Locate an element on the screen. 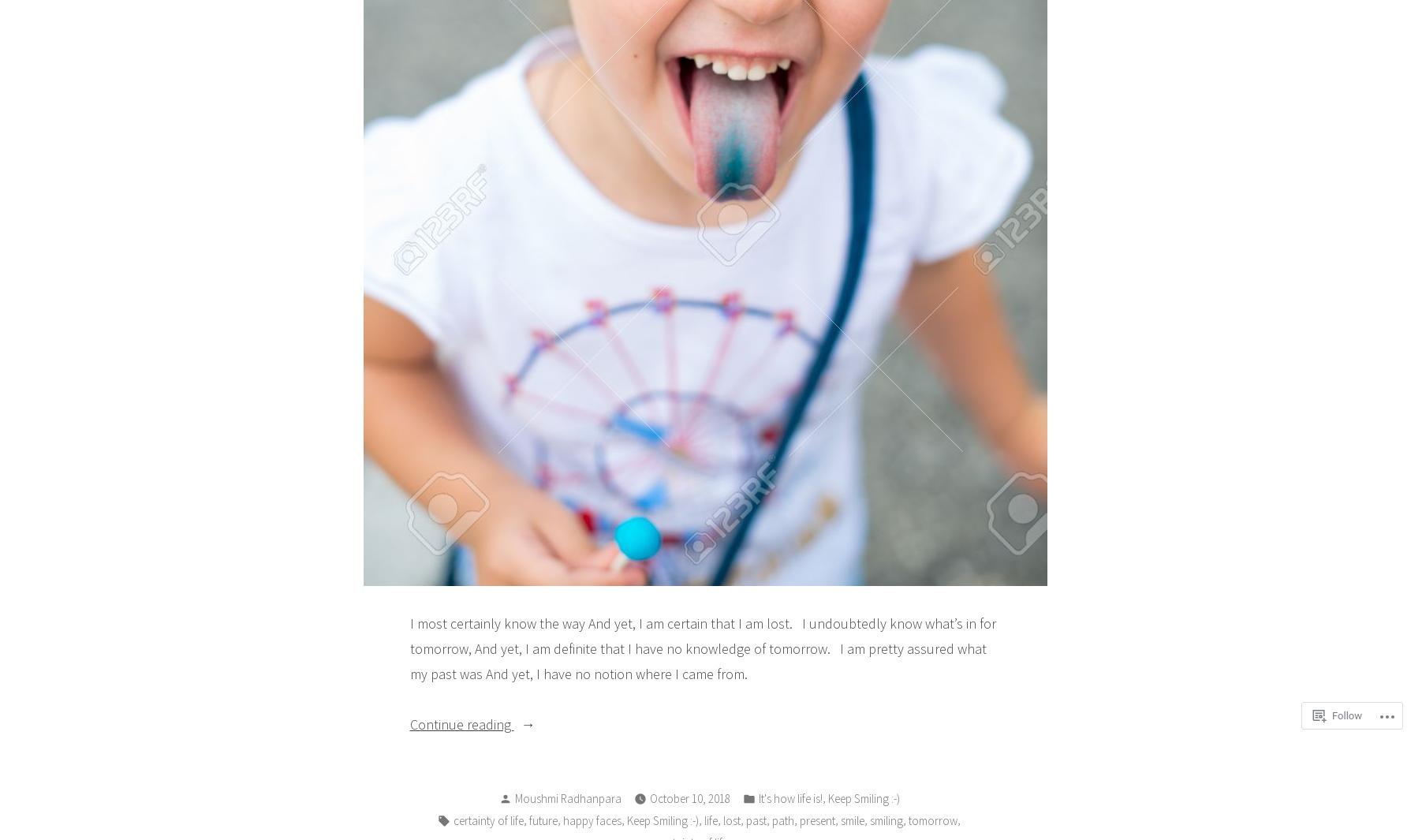 The image size is (1411, 840). 'Continue reading' is located at coordinates (461, 724).